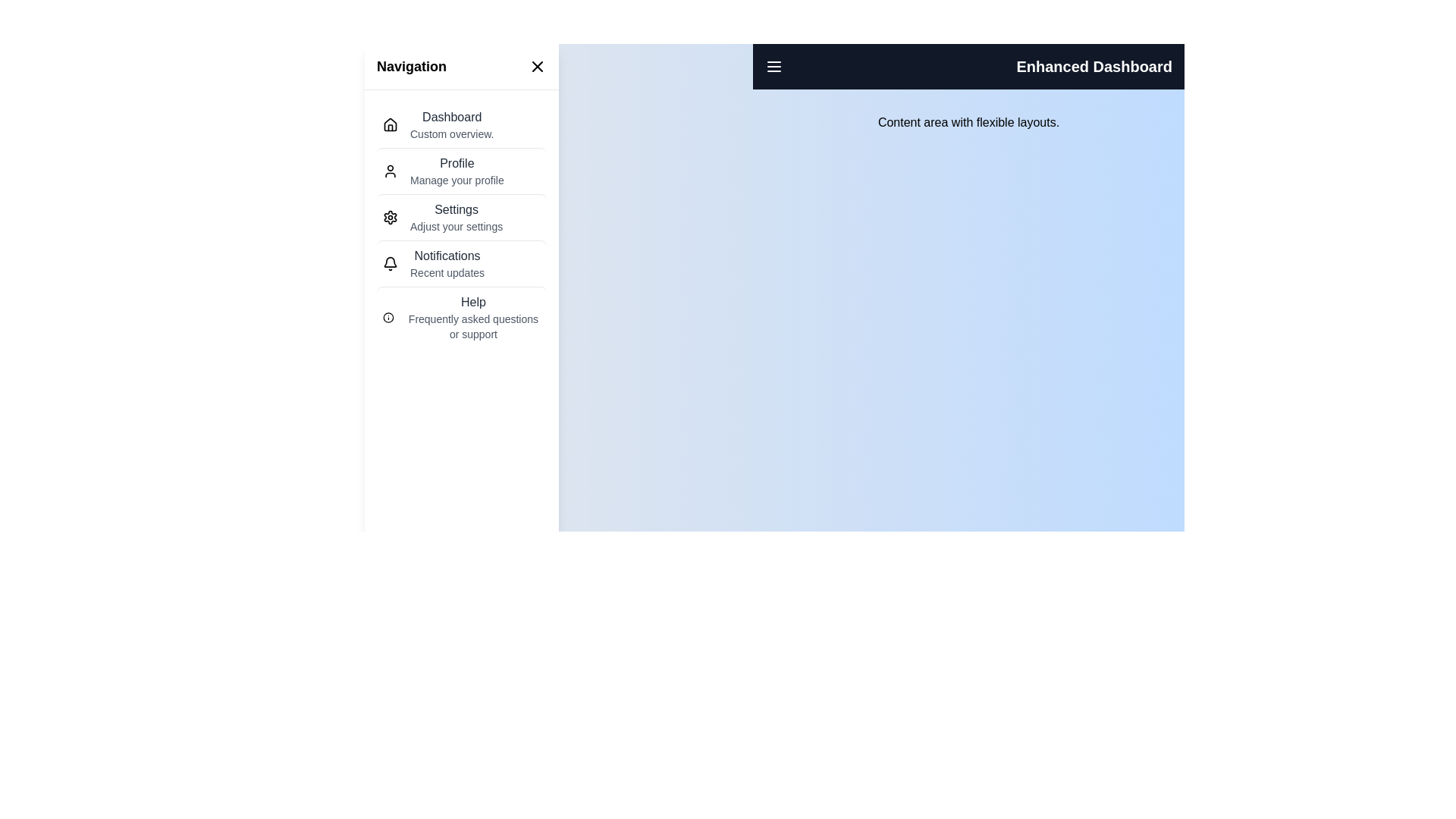 The width and height of the screenshot is (1456, 819). I want to click on the close or cancel icon, which is a small cross icon located at the top-right corner of the navigation sidebar, by clicking on it, so click(538, 66).